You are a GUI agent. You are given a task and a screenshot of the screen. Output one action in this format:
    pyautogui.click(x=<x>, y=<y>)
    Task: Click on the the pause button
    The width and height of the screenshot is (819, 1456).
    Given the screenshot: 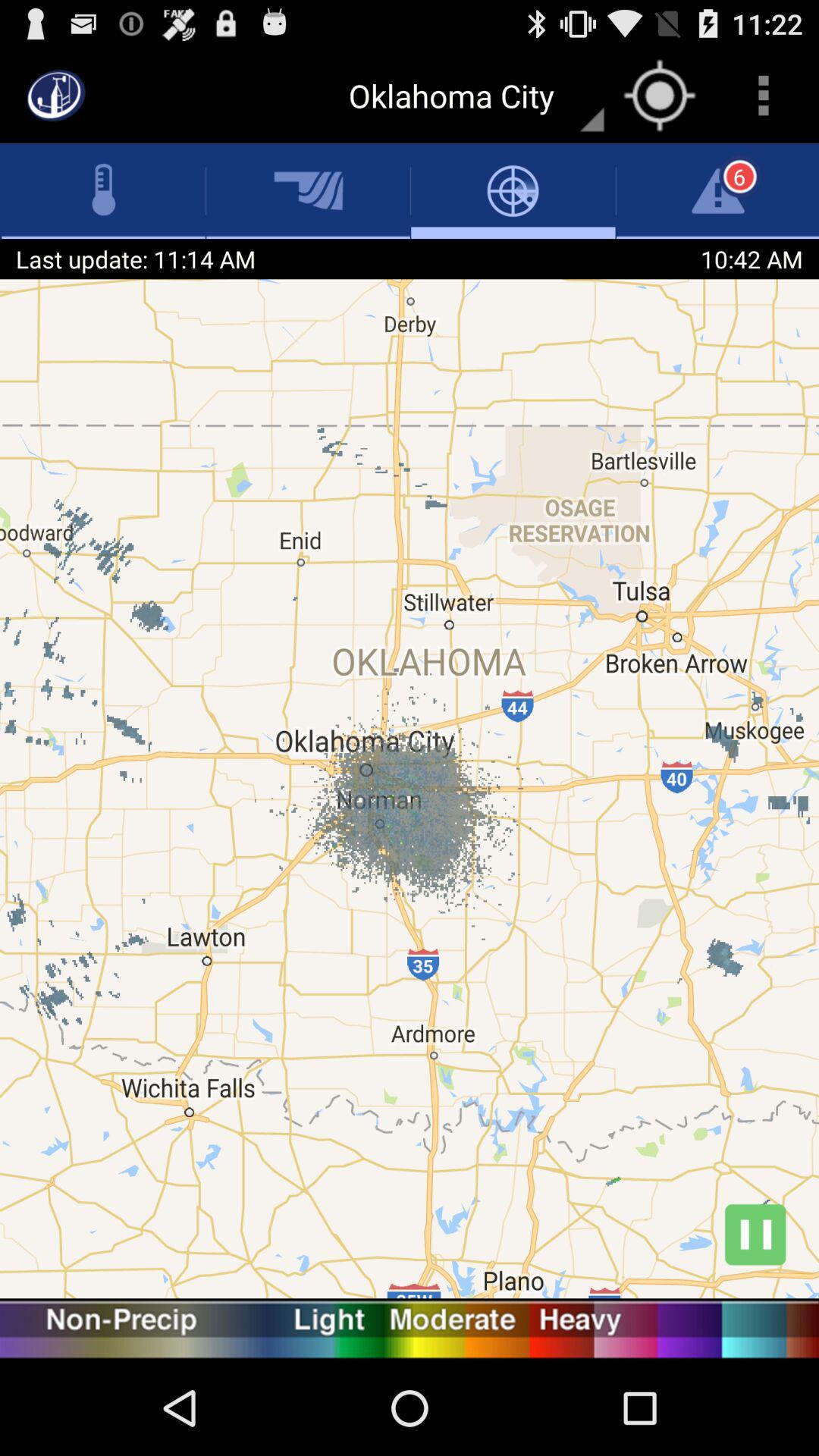 What is the action you would take?
    pyautogui.click(x=755, y=1234)
    